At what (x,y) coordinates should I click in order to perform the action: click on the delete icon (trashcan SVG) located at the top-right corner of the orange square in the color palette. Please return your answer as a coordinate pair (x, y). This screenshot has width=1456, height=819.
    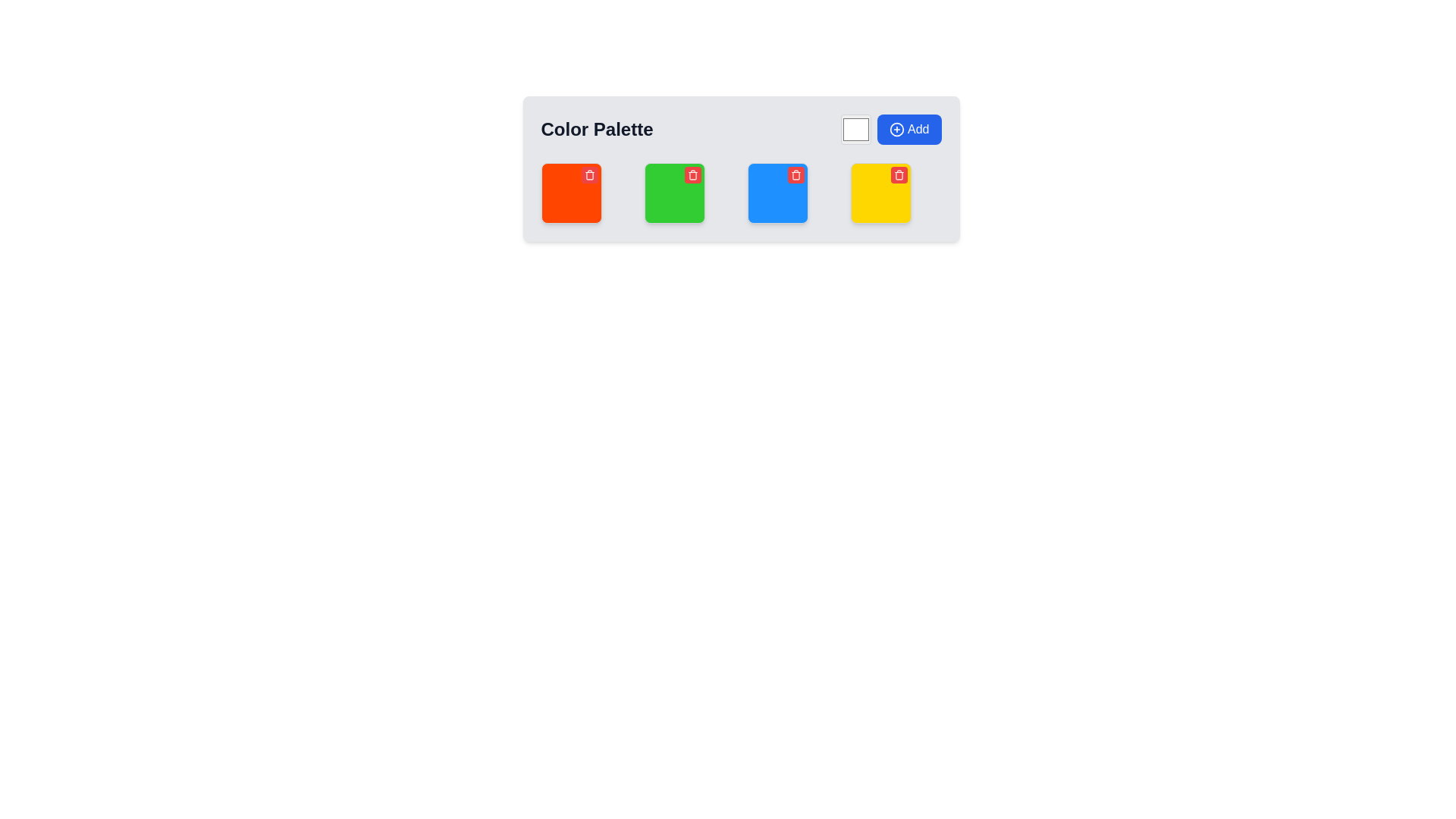
    Looking at the image, I should click on (588, 174).